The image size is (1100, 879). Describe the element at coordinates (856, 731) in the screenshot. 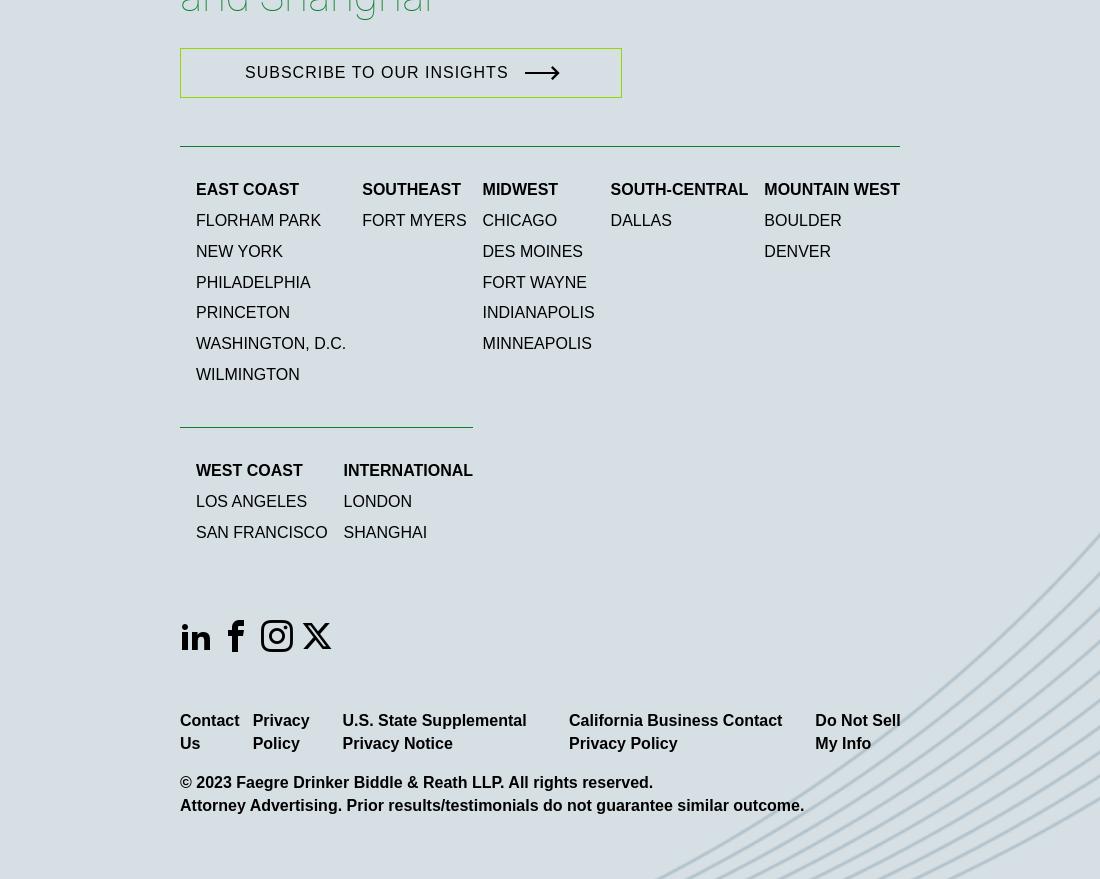

I see `'Do Not Sell My Info'` at that location.